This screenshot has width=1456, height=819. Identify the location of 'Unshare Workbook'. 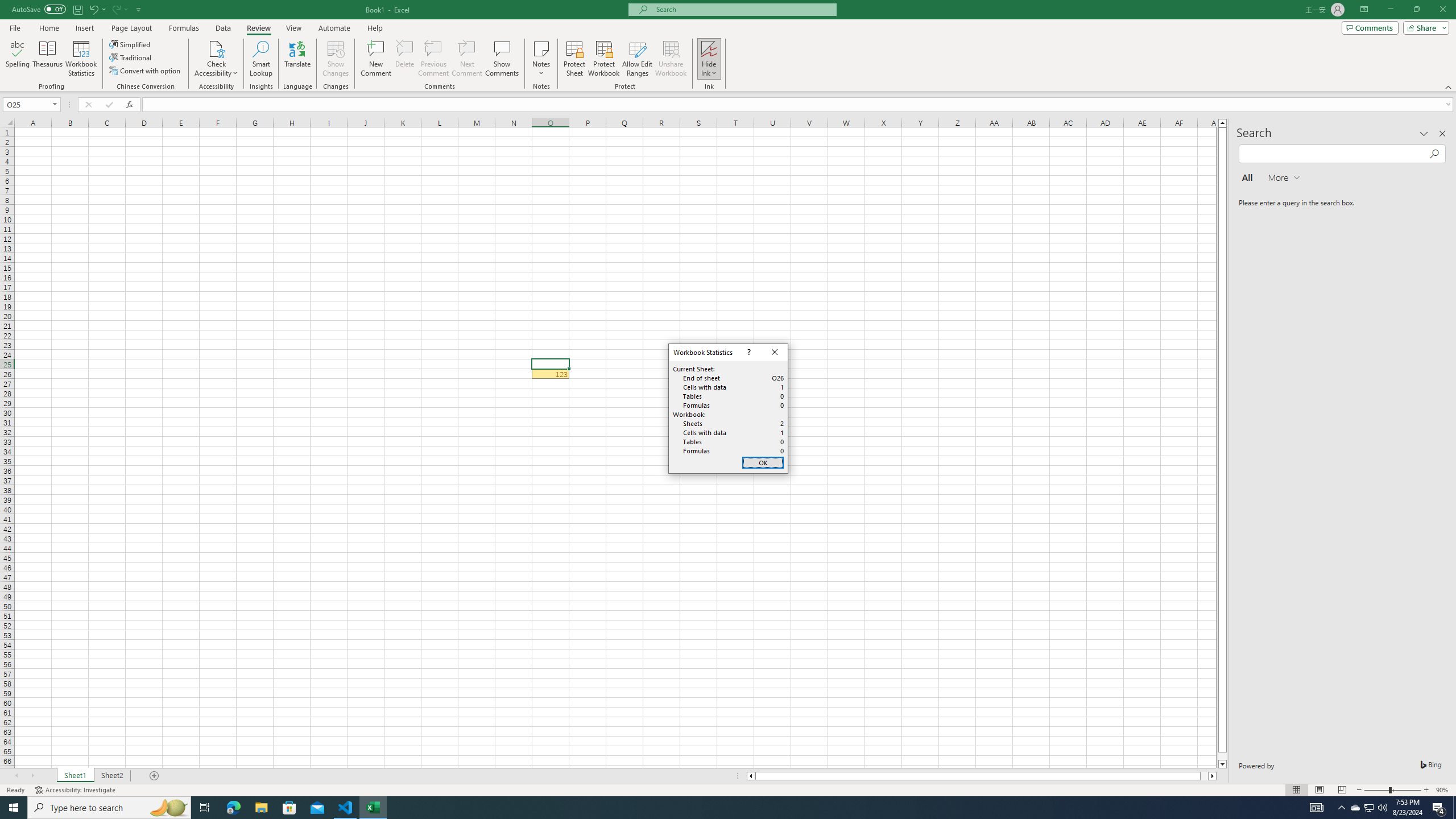
(671, 59).